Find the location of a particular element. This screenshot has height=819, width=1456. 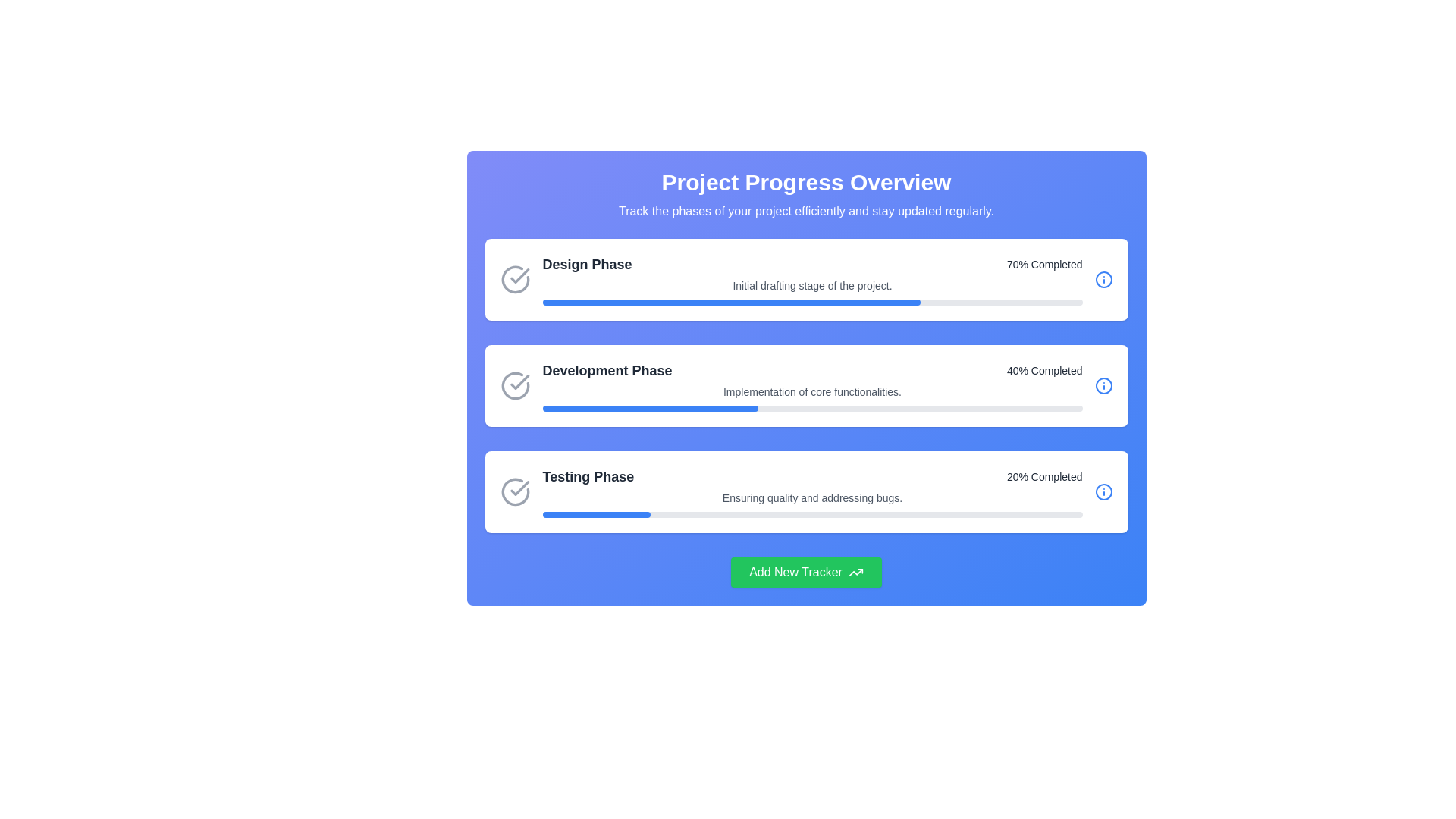

the static text label reading 'Implementation of core functionalities.' which is located below the title 'Development Phase' and aligned in the middle of the section is located at coordinates (811, 391).